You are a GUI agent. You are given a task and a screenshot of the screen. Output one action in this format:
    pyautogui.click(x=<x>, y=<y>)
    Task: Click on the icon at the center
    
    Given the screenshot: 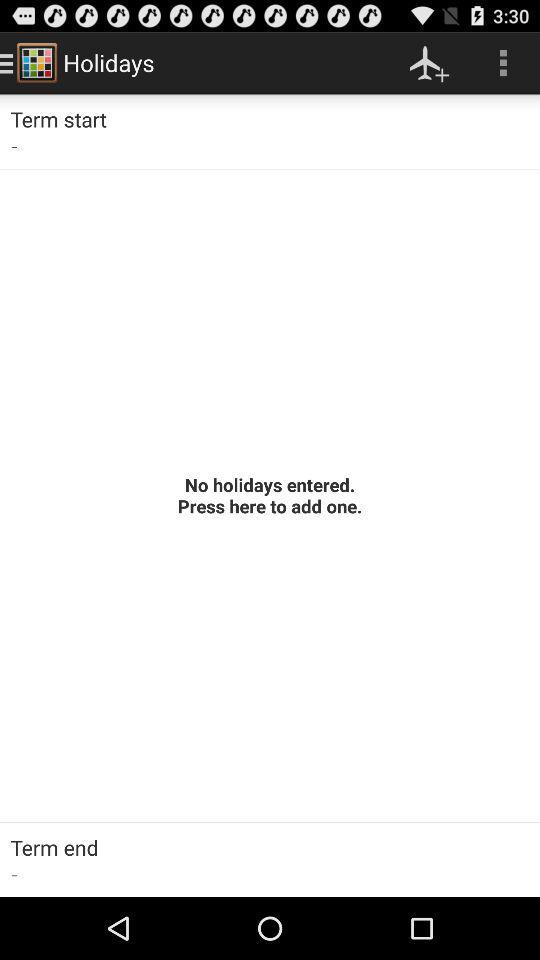 What is the action you would take?
    pyautogui.click(x=270, y=494)
    